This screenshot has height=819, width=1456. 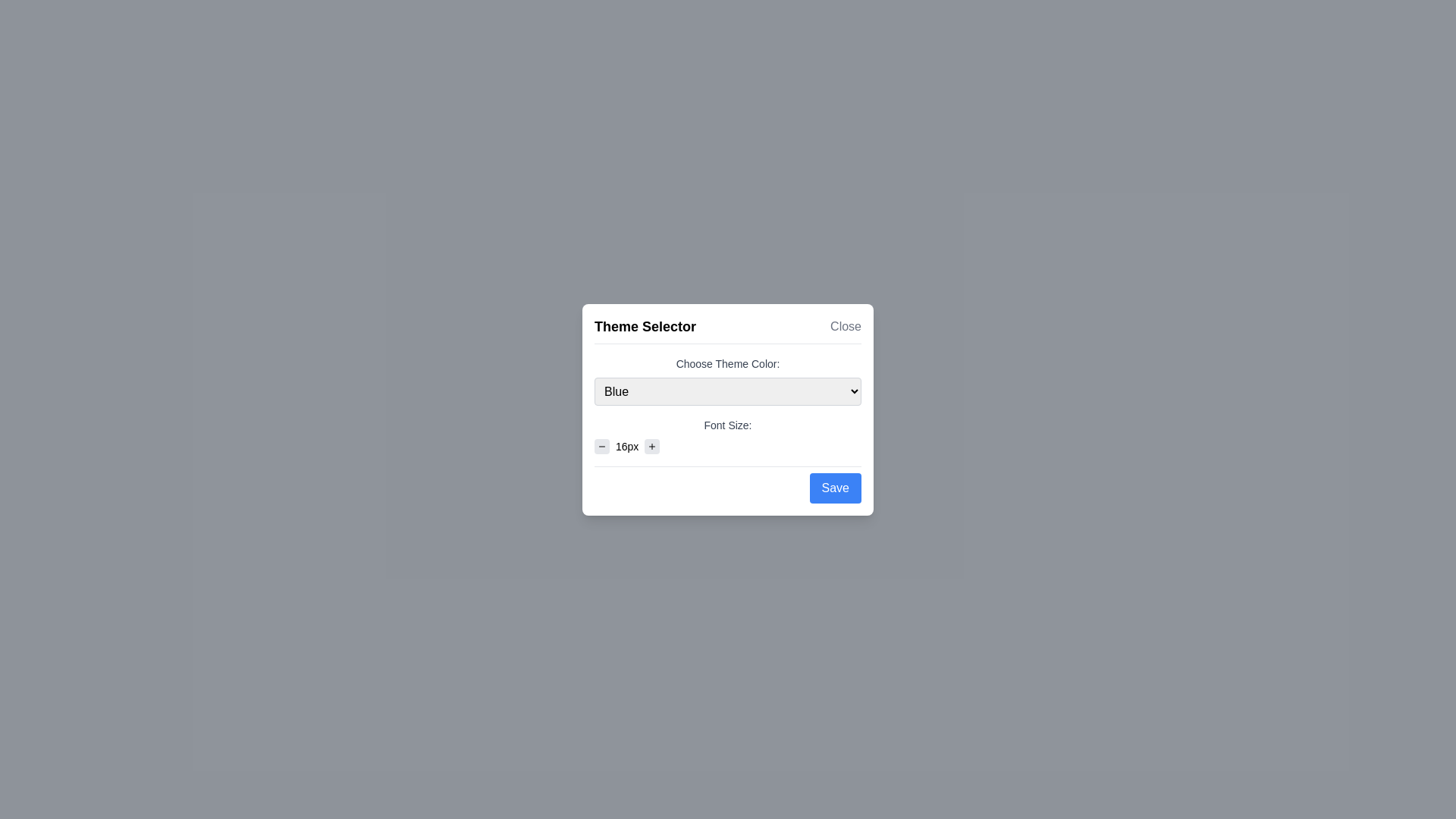 What do you see at coordinates (652, 445) in the screenshot?
I see `the Icon button, which is a small circular button with a plus sign ('+') located to the right of the '16px' text in the 'Font Size' section of the dialog box` at bounding box center [652, 445].